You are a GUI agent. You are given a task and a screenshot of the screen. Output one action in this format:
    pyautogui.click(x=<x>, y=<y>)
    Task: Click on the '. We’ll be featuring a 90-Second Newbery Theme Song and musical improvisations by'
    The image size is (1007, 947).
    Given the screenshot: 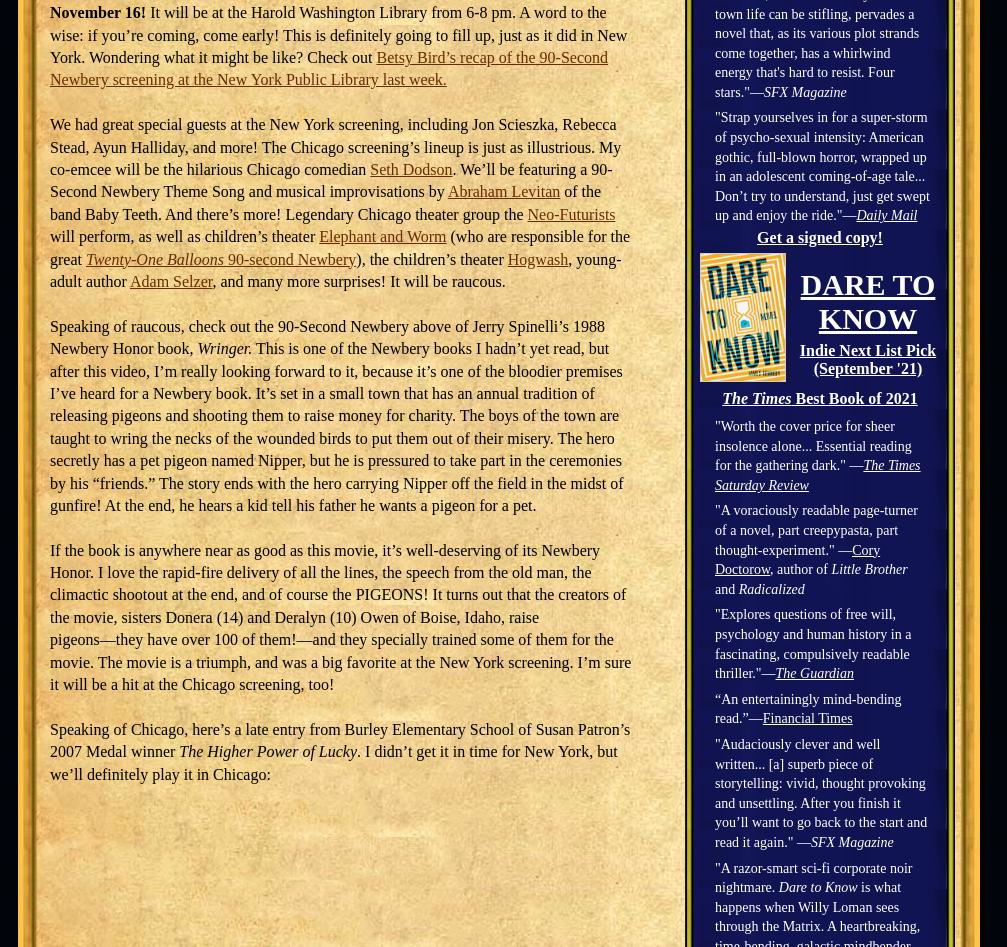 What is the action you would take?
    pyautogui.click(x=331, y=179)
    